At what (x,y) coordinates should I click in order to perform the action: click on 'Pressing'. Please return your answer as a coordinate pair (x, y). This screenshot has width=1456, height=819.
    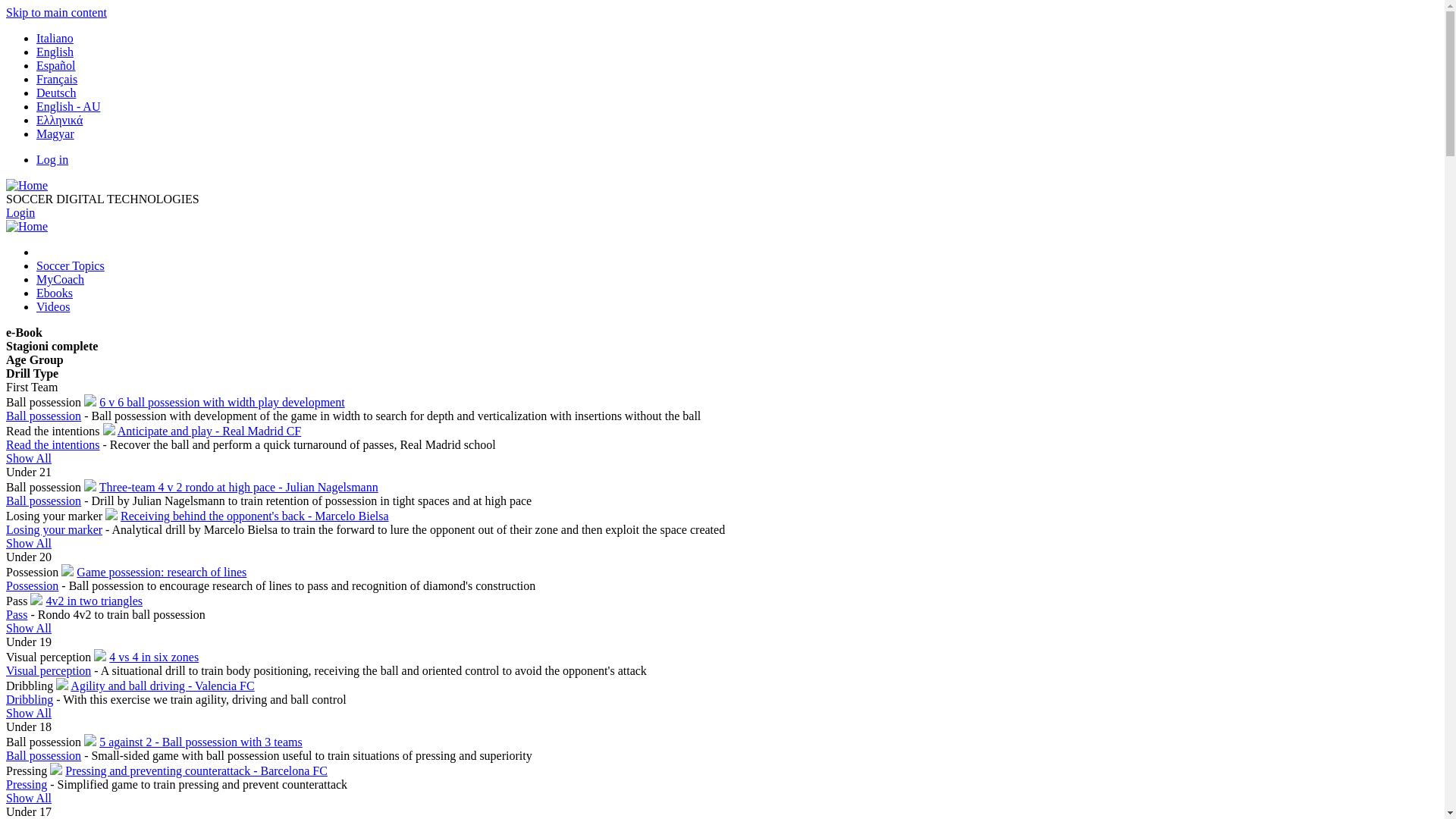
    Looking at the image, I should click on (6, 784).